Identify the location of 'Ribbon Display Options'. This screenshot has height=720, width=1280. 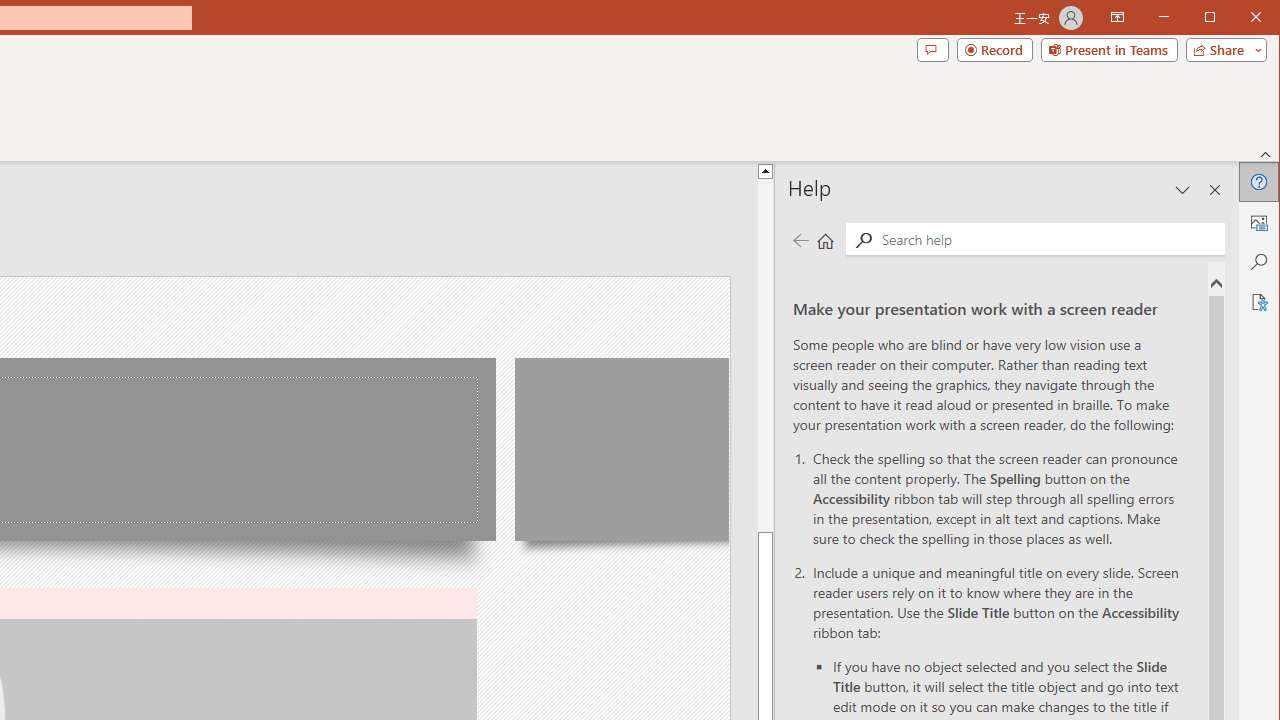
(1116, 18).